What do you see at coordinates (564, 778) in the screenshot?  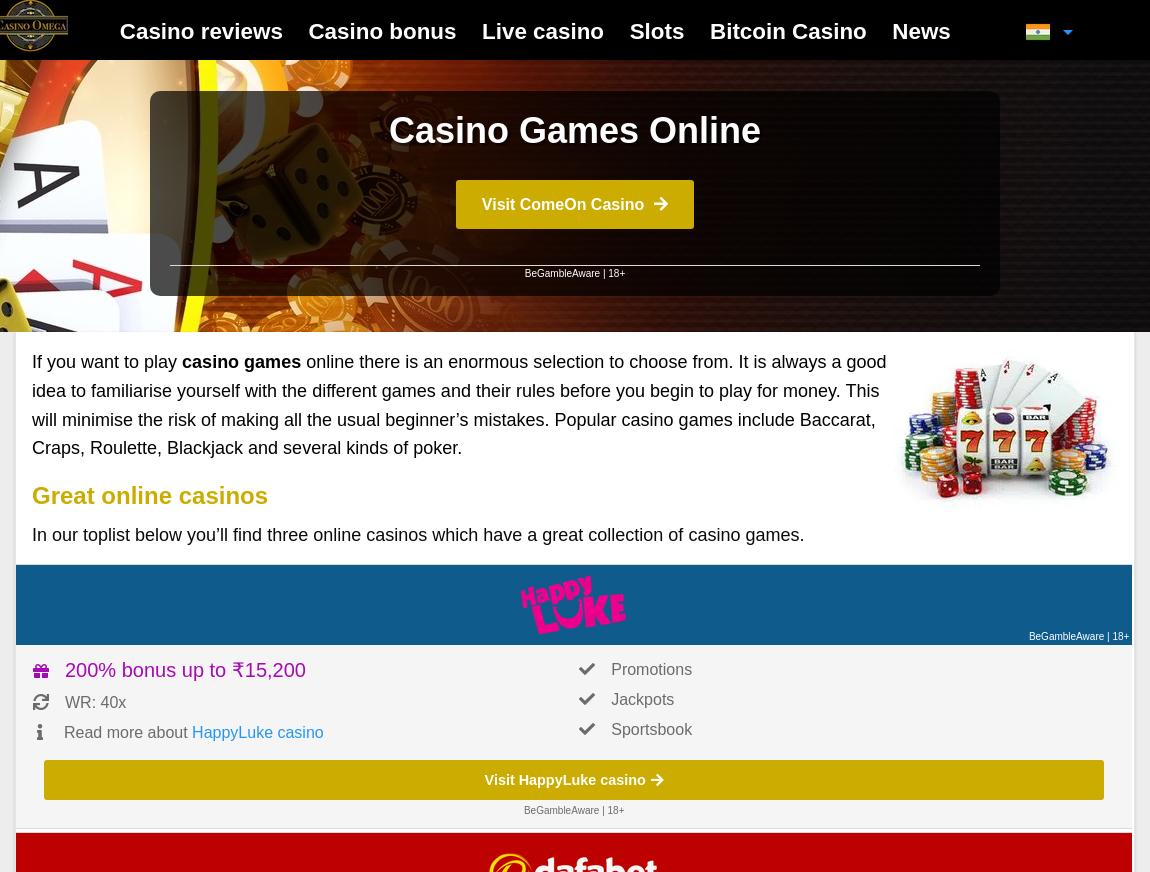 I see `'Visit HappyLuke casino'` at bounding box center [564, 778].